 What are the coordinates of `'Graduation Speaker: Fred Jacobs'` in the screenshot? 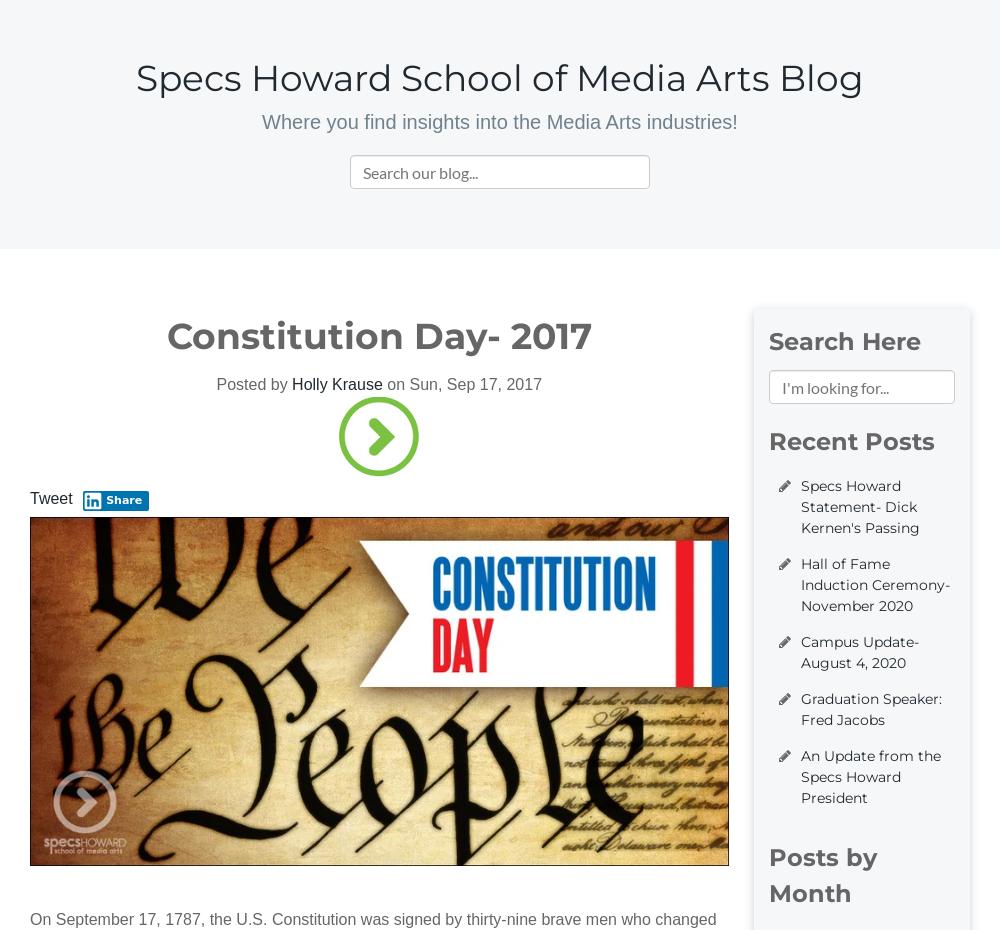 It's located at (870, 709).